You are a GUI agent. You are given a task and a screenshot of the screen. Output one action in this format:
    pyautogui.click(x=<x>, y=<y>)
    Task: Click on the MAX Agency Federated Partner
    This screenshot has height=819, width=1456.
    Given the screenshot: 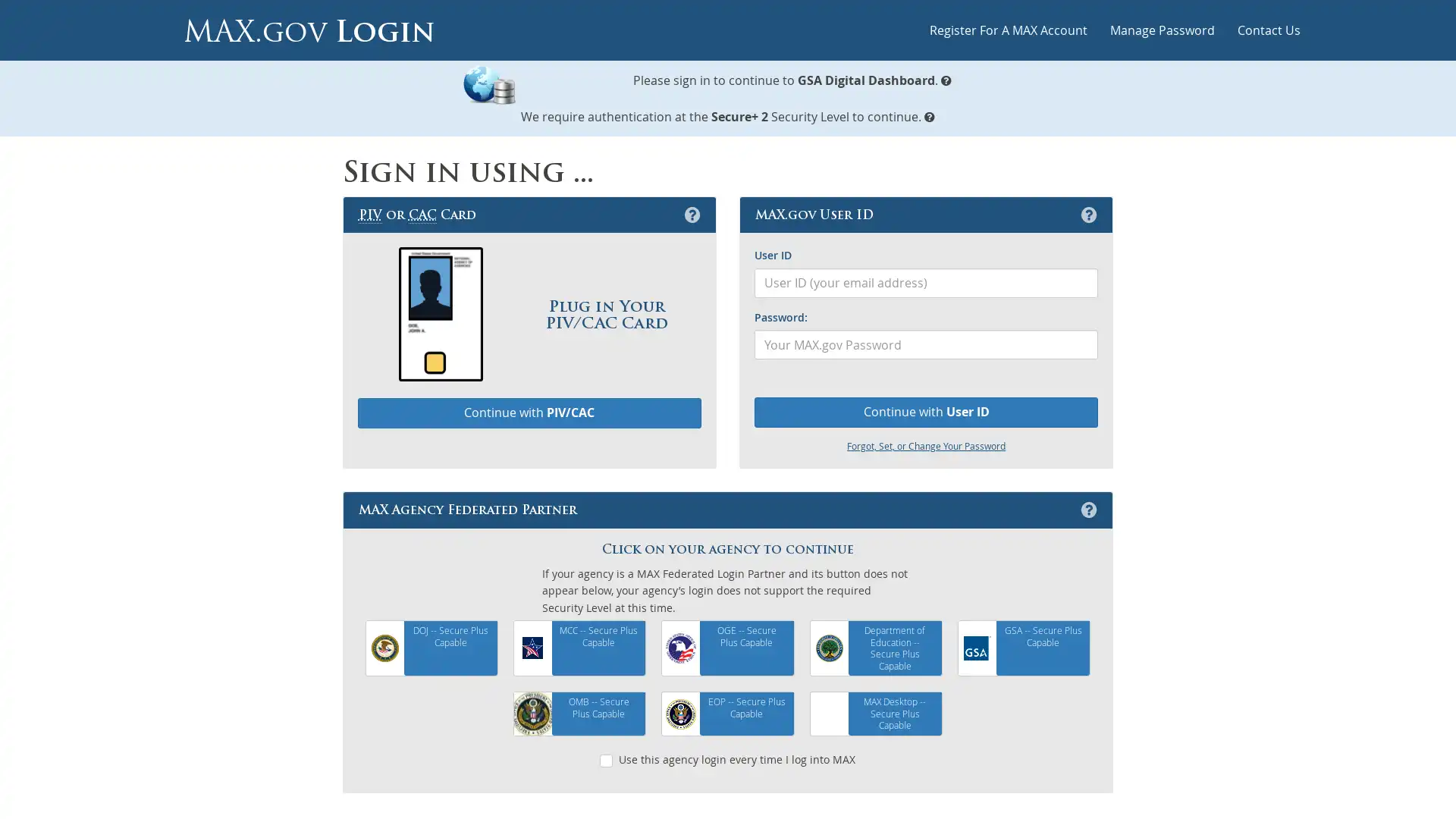 What is the action you would take?
    pyautogui.click(x=1088, y=509)
    